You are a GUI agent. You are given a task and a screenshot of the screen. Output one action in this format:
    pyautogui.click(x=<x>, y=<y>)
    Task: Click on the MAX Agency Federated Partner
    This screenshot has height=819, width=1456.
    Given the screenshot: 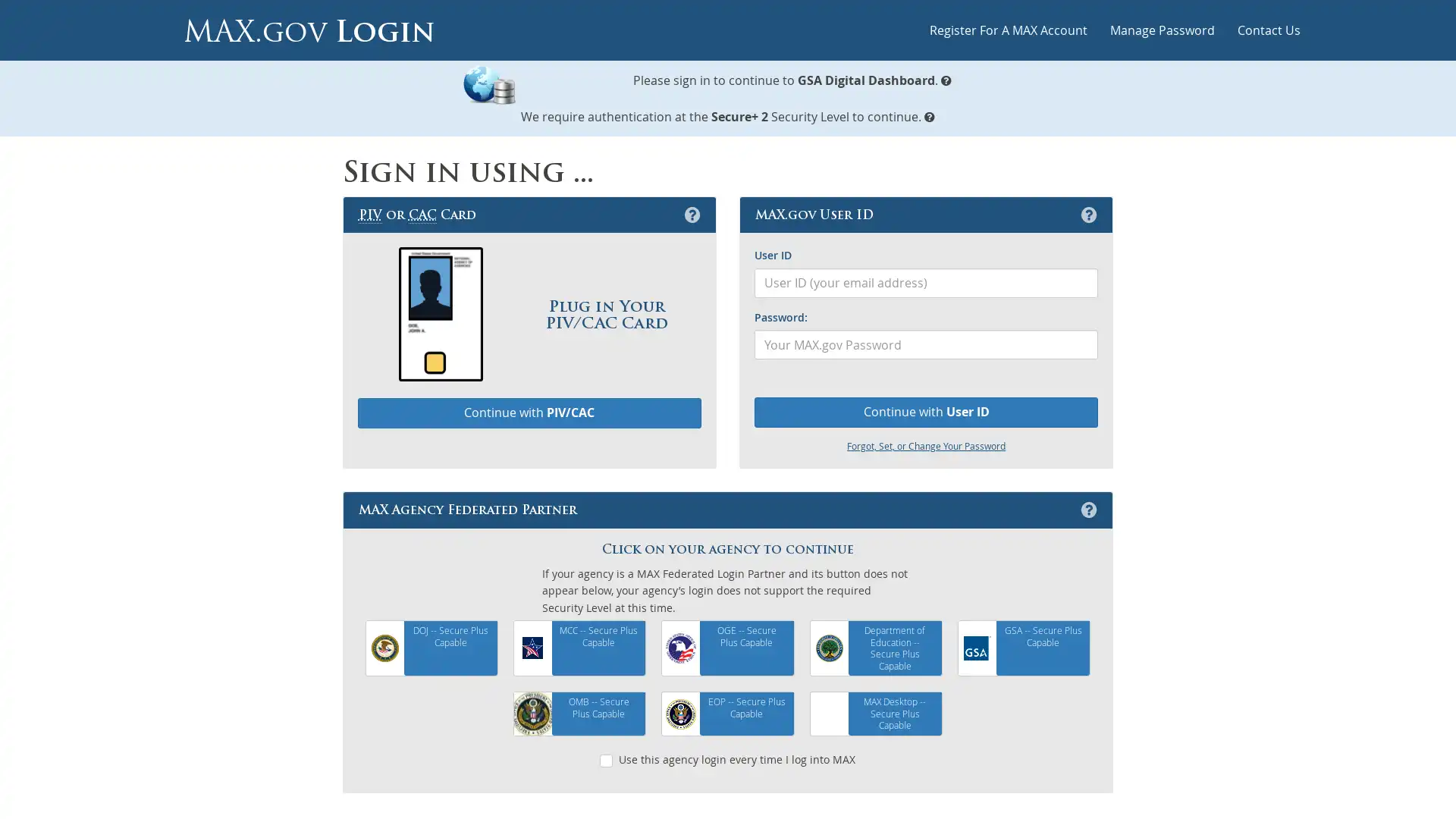 What is the action you would take?
    pyautogui.click(x=1088, y=509)
    